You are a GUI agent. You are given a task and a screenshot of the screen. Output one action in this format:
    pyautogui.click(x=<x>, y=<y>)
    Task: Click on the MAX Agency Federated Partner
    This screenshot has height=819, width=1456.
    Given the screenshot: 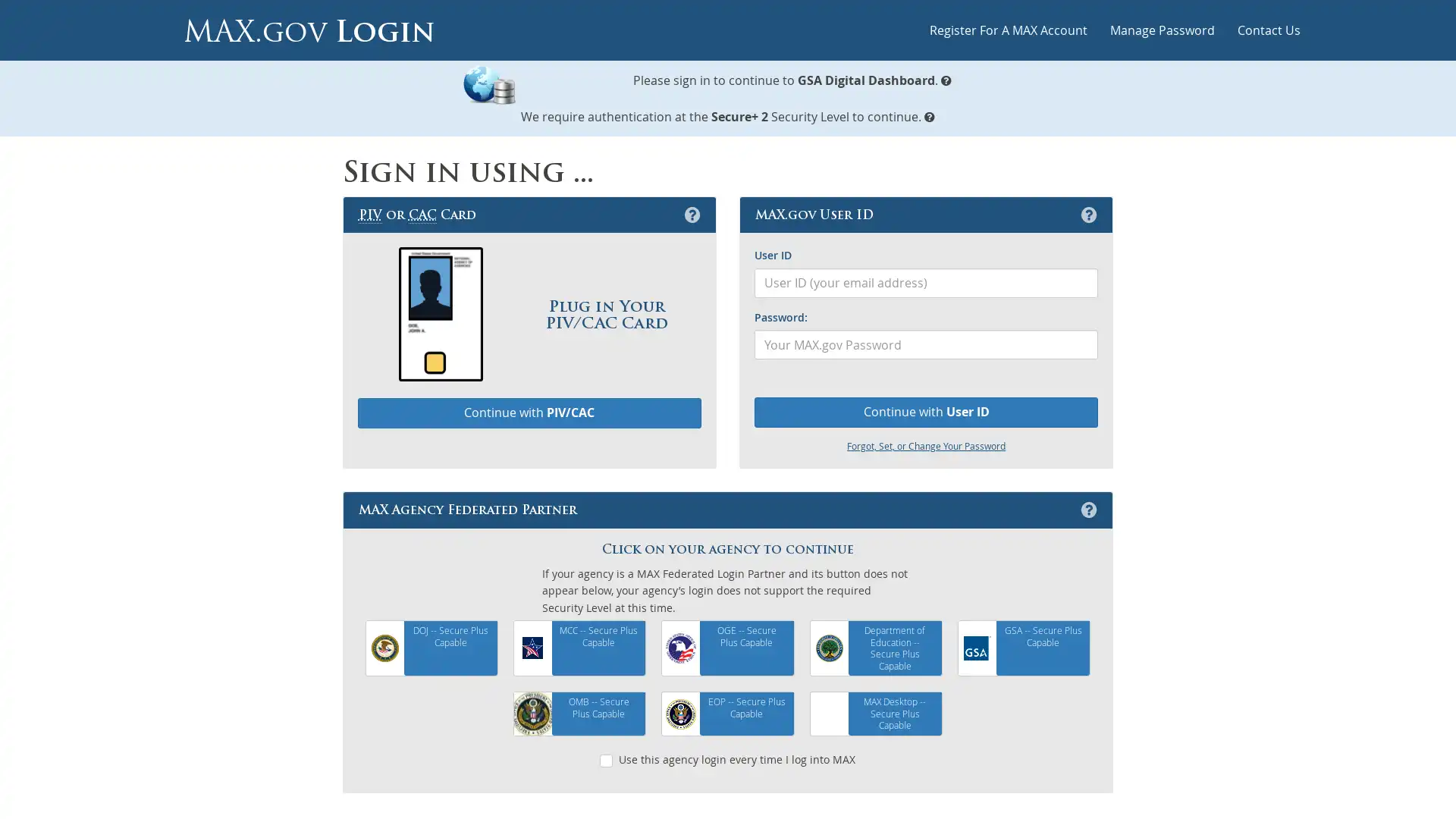 What is the action you would take?
    pyautogui.click(x=1088, y=509)
    